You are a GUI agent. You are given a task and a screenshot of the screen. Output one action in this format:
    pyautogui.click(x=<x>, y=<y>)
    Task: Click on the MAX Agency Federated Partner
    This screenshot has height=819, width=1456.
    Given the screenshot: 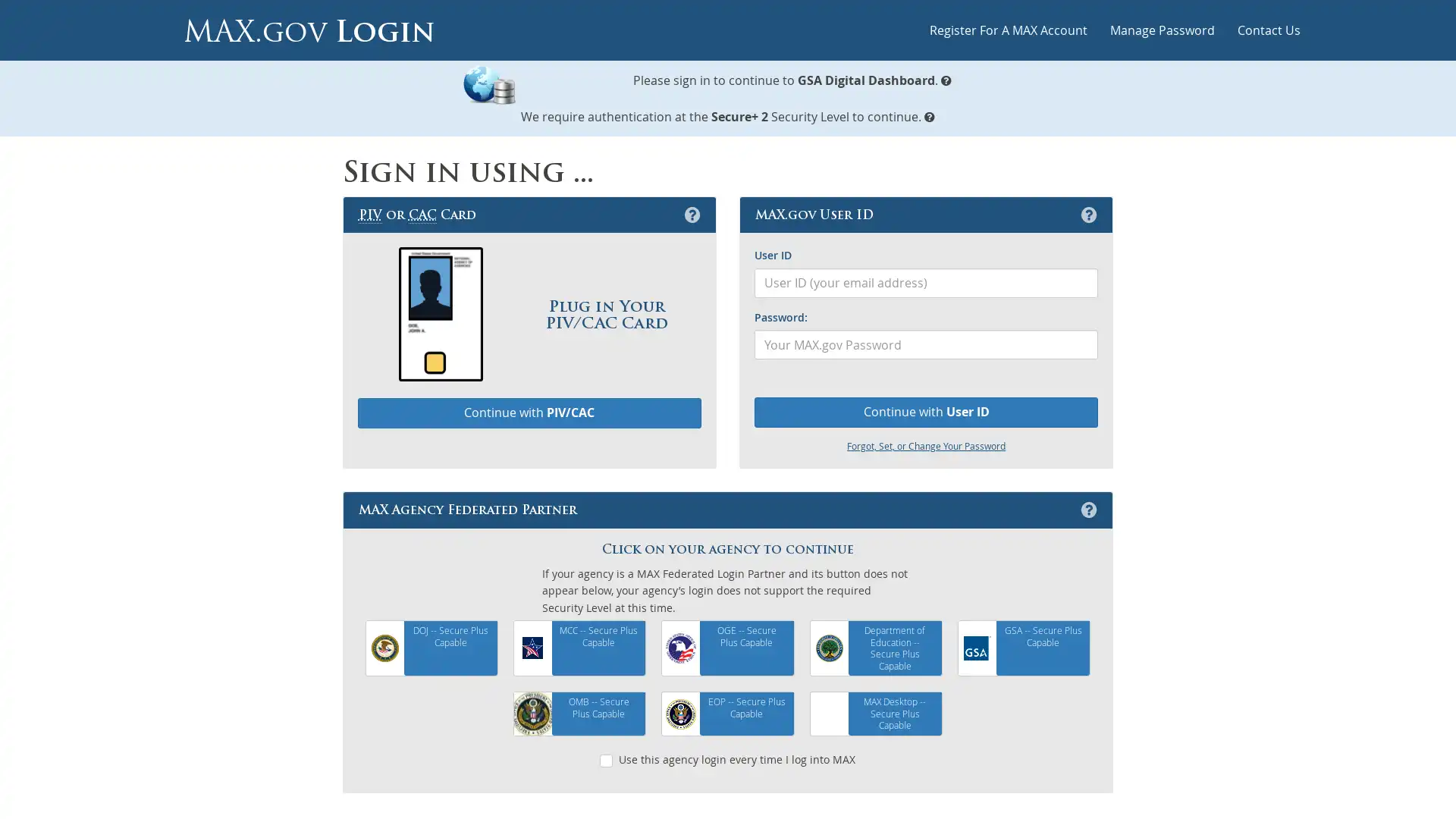 What is the action you would take?
    pyautogui.click(x=1088, y=509)
    